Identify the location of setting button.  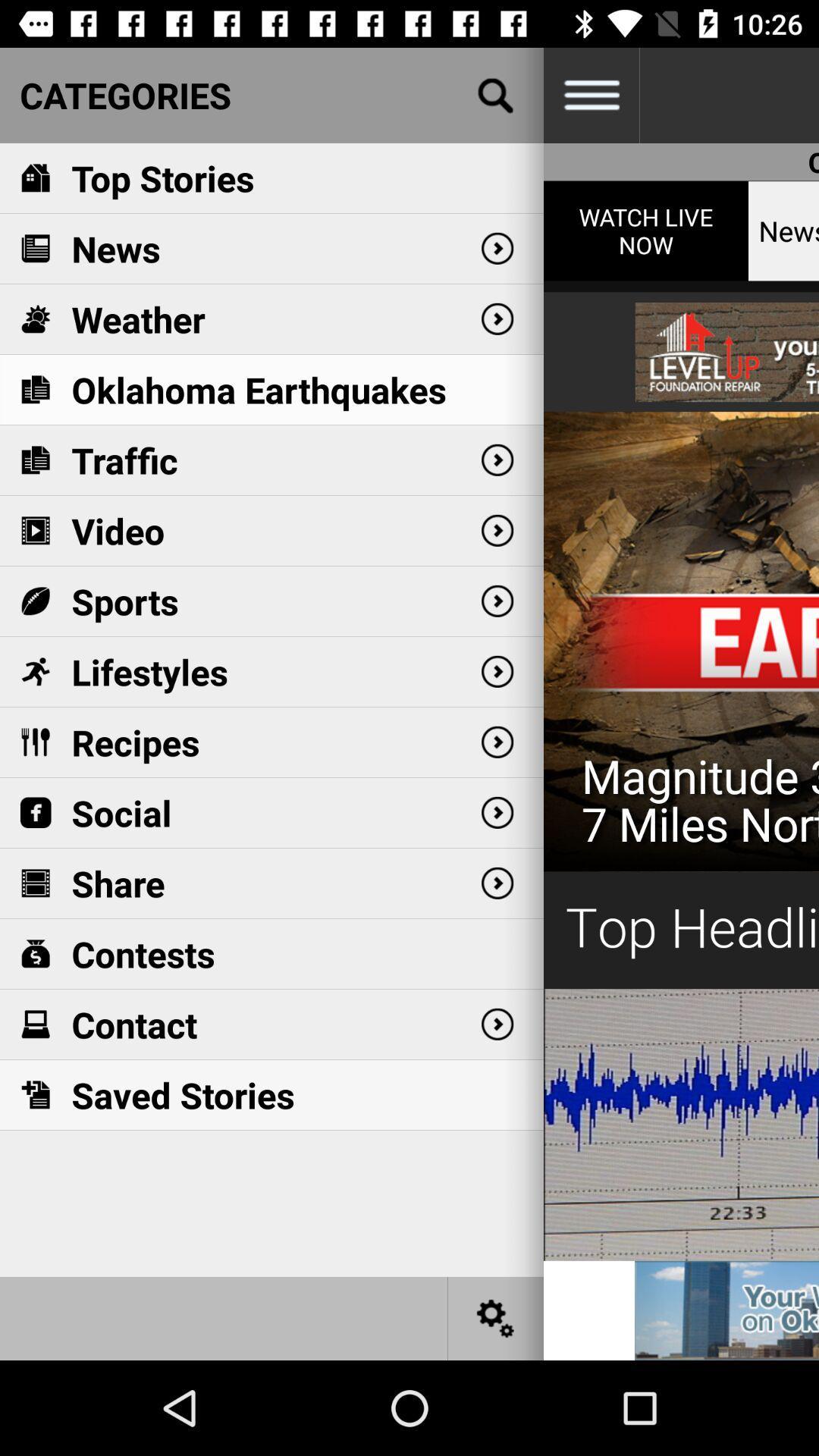
(496, 1317).